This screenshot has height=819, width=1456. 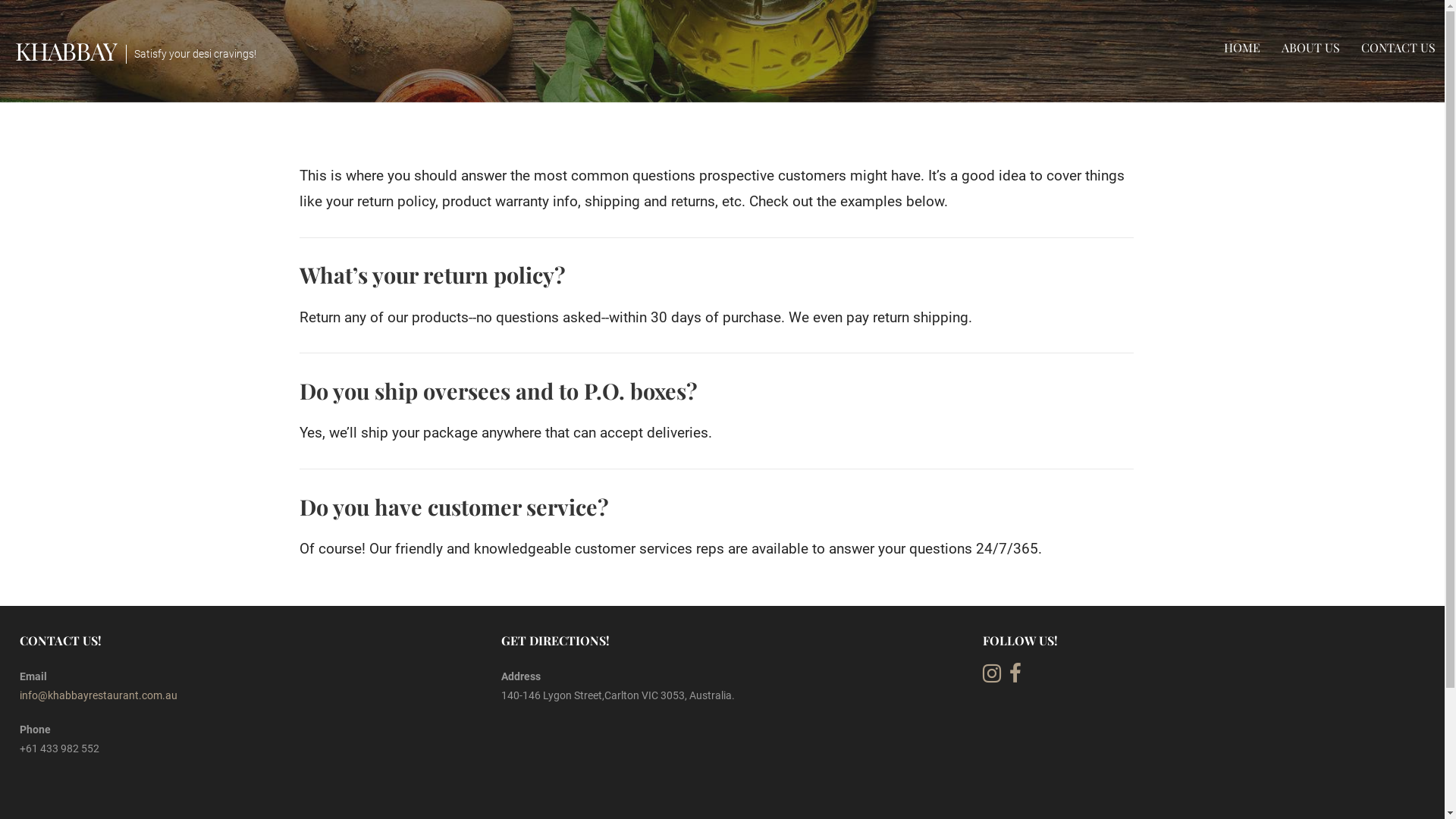 I want to click on 'info@khabbayrestaurant.com.au', so click(x=97, y=695).